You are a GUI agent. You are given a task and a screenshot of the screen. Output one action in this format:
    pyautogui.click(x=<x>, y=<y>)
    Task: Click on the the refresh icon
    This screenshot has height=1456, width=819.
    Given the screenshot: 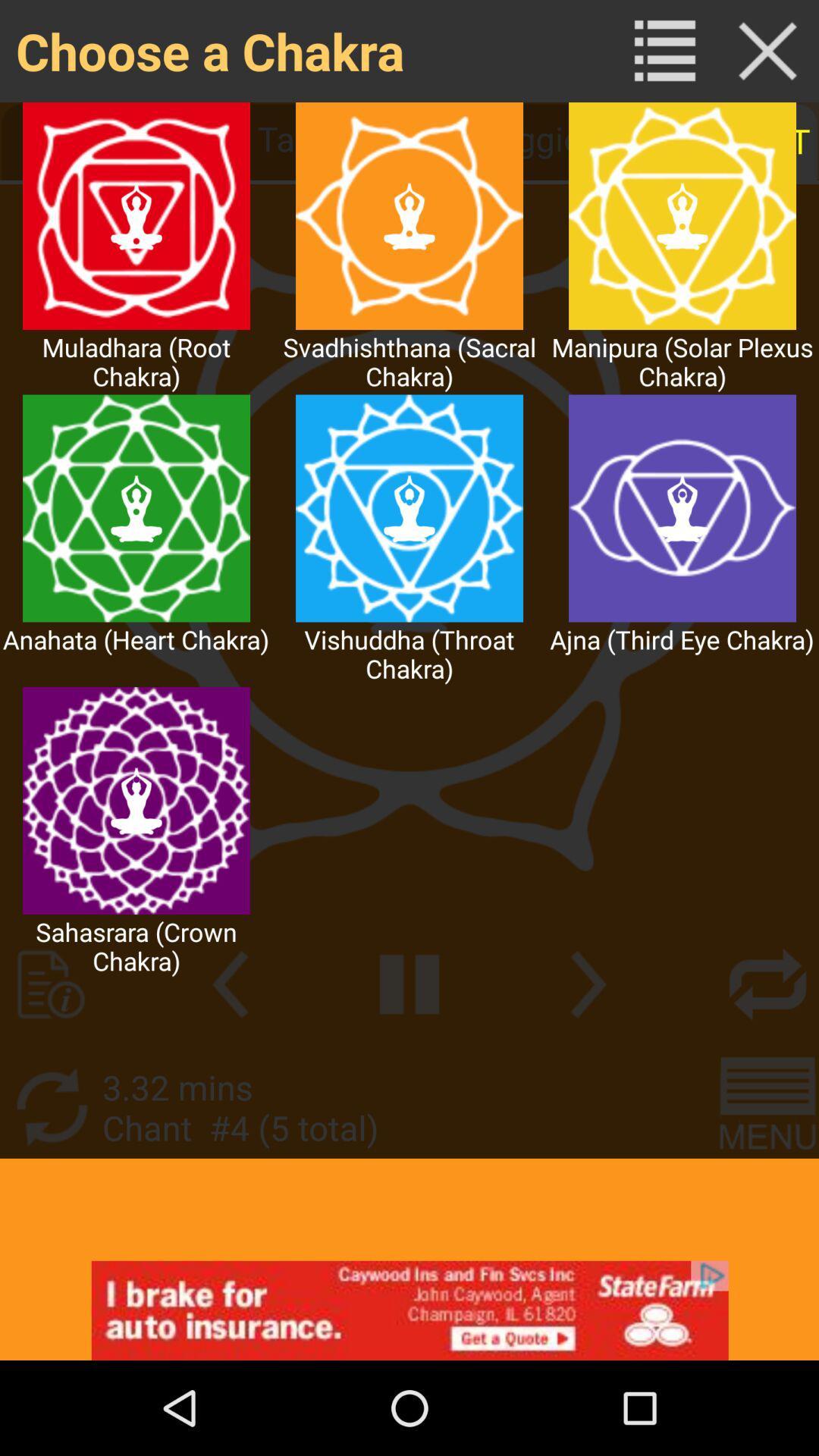 What is the action you would take?
    pyautogui.click(x=50, y=1184)
    